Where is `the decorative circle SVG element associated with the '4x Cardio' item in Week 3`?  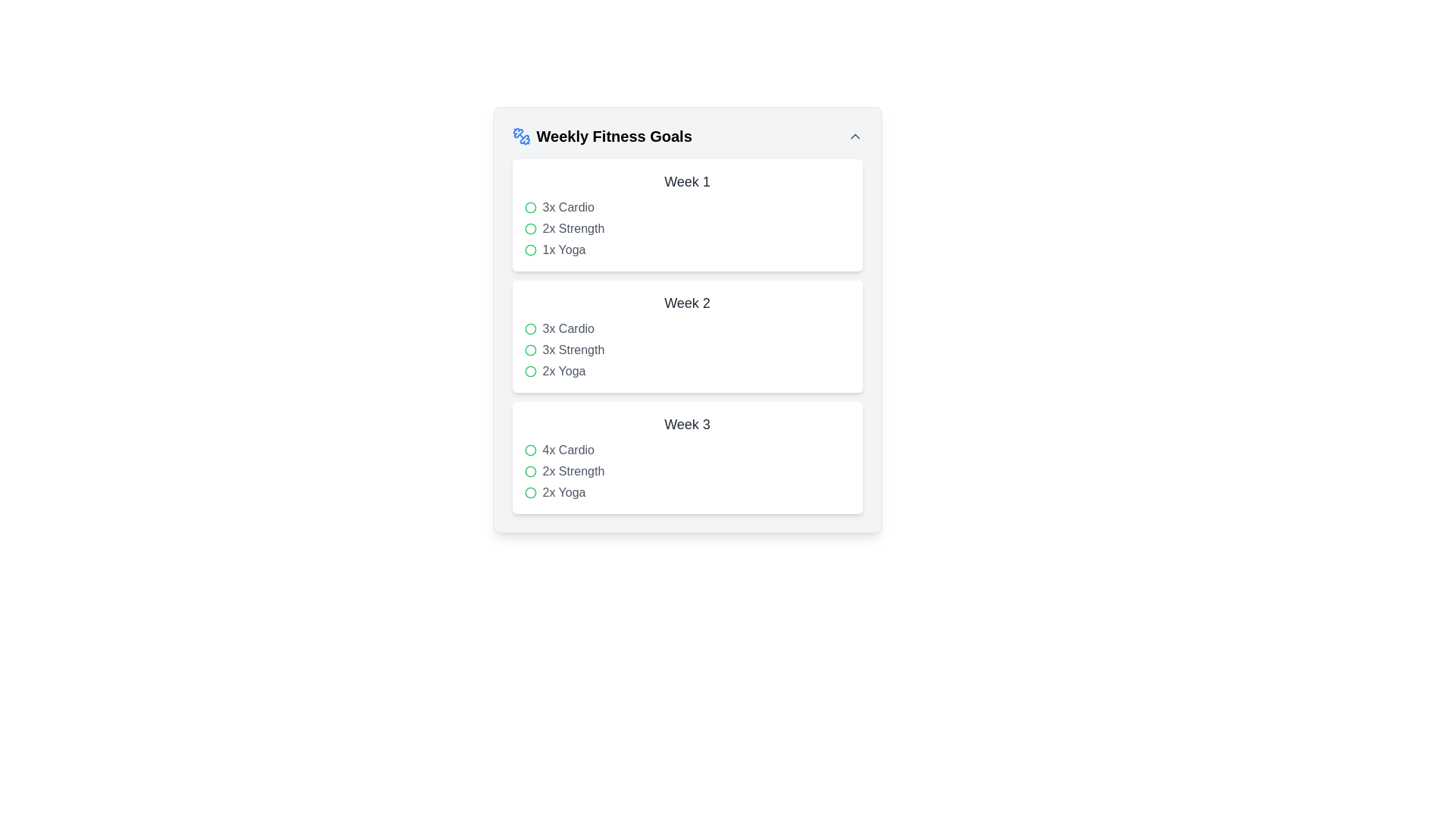 the decorative circle SVG element associated with the '4x Cardio' item in Week 3 is located at coordinates (530, 450).